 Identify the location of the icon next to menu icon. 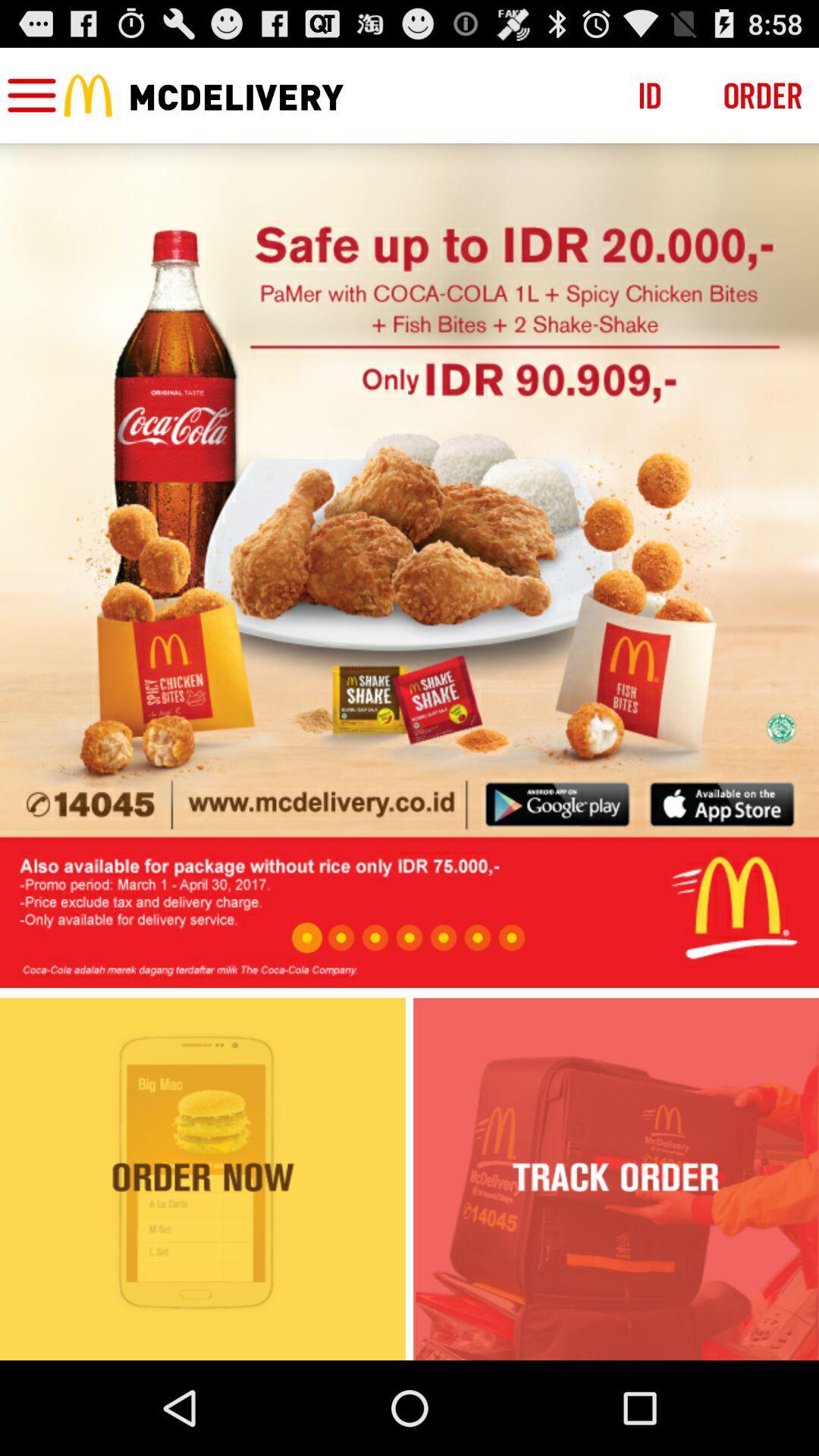
(87, 94).